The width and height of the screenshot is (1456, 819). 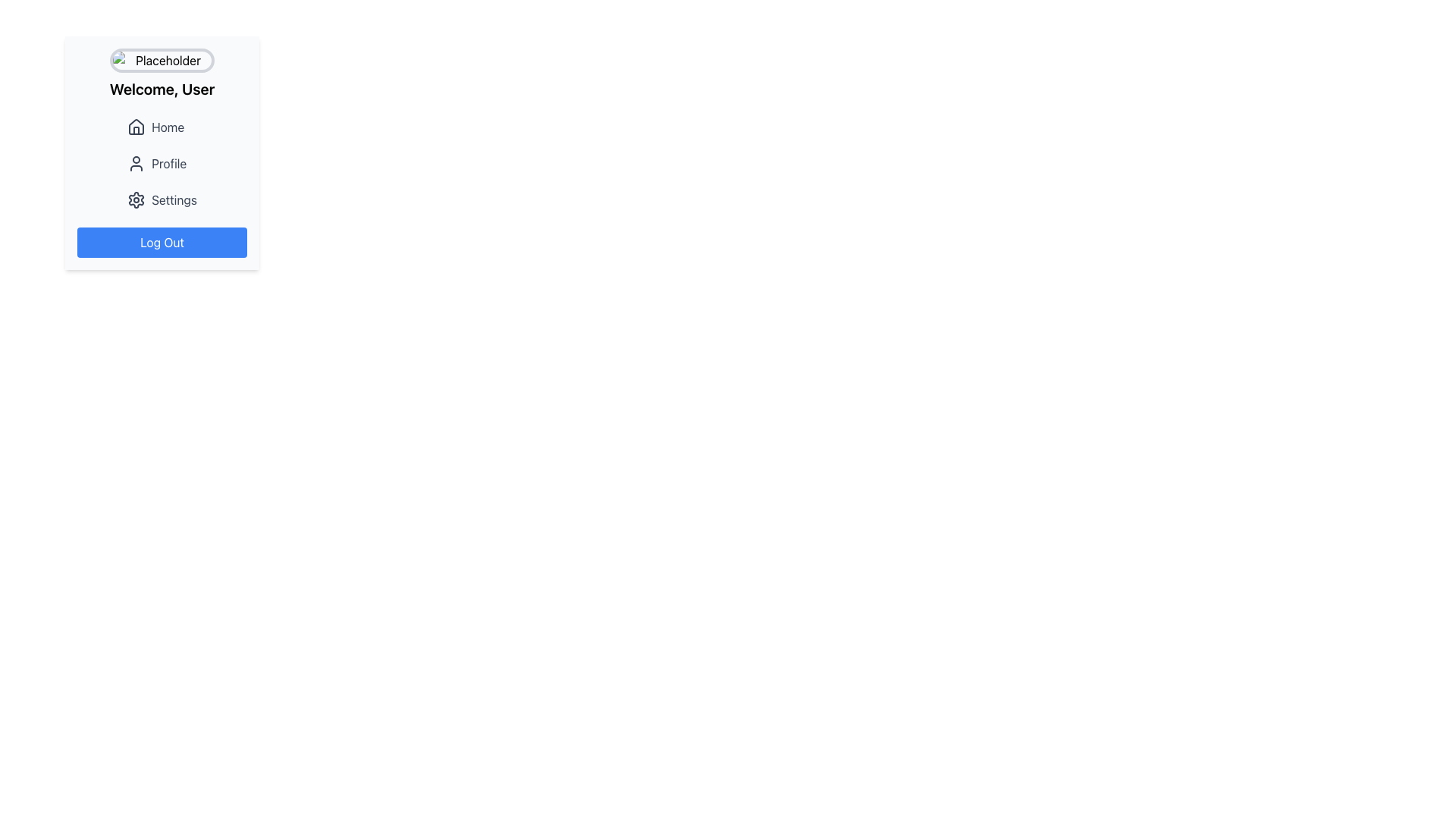 I want to click on the 'Settings' icon located in the settings menu area, positioned next to the clickable text labeled 'Settings', so click(x=136, y=199).